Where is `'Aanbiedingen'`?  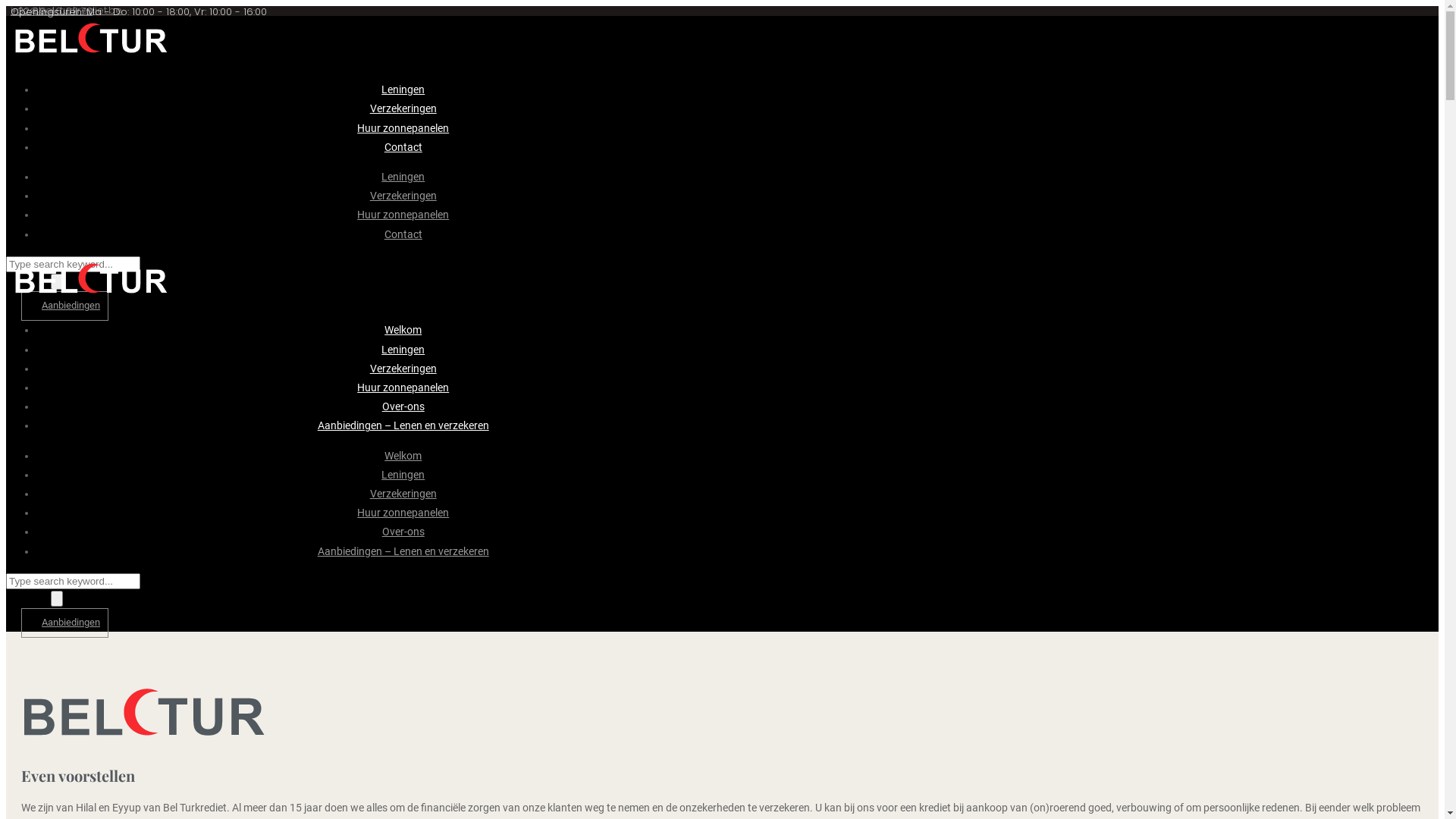 'Aanbiedingen' is located at coordinates (21, 623).